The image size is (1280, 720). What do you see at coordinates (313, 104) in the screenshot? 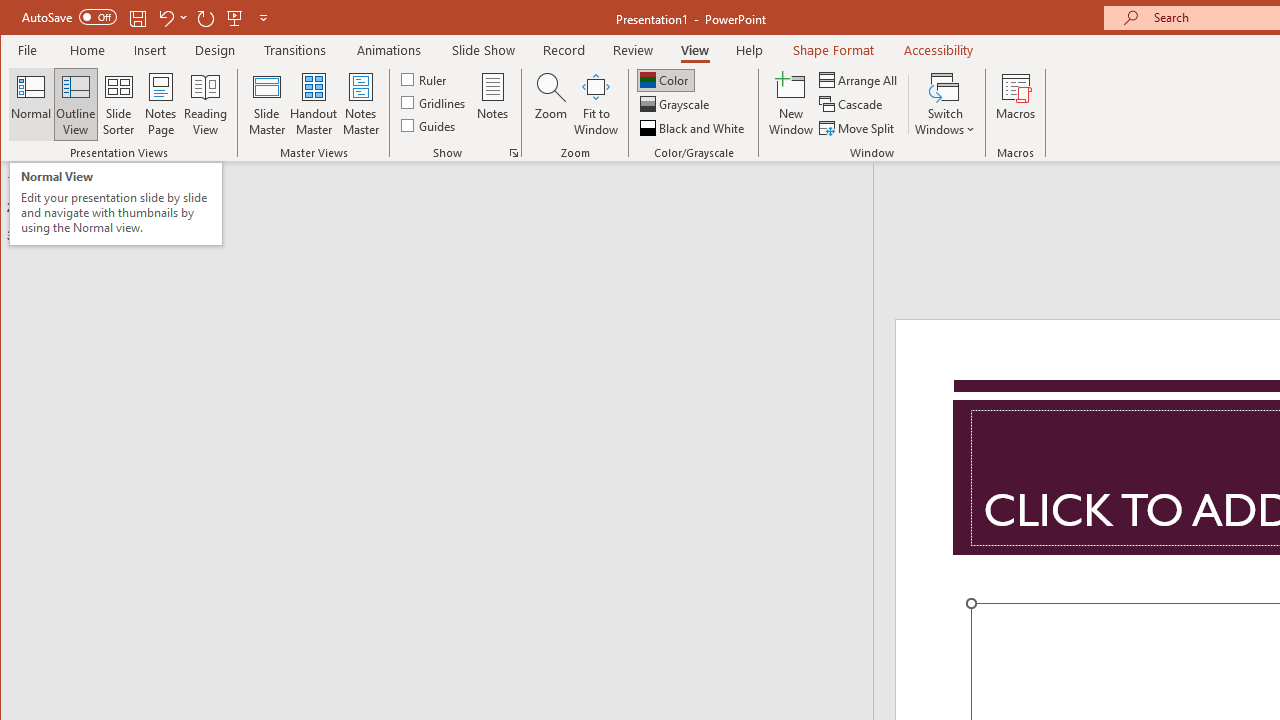
I see `'Handout Master'` at bounding box center [313, 104].